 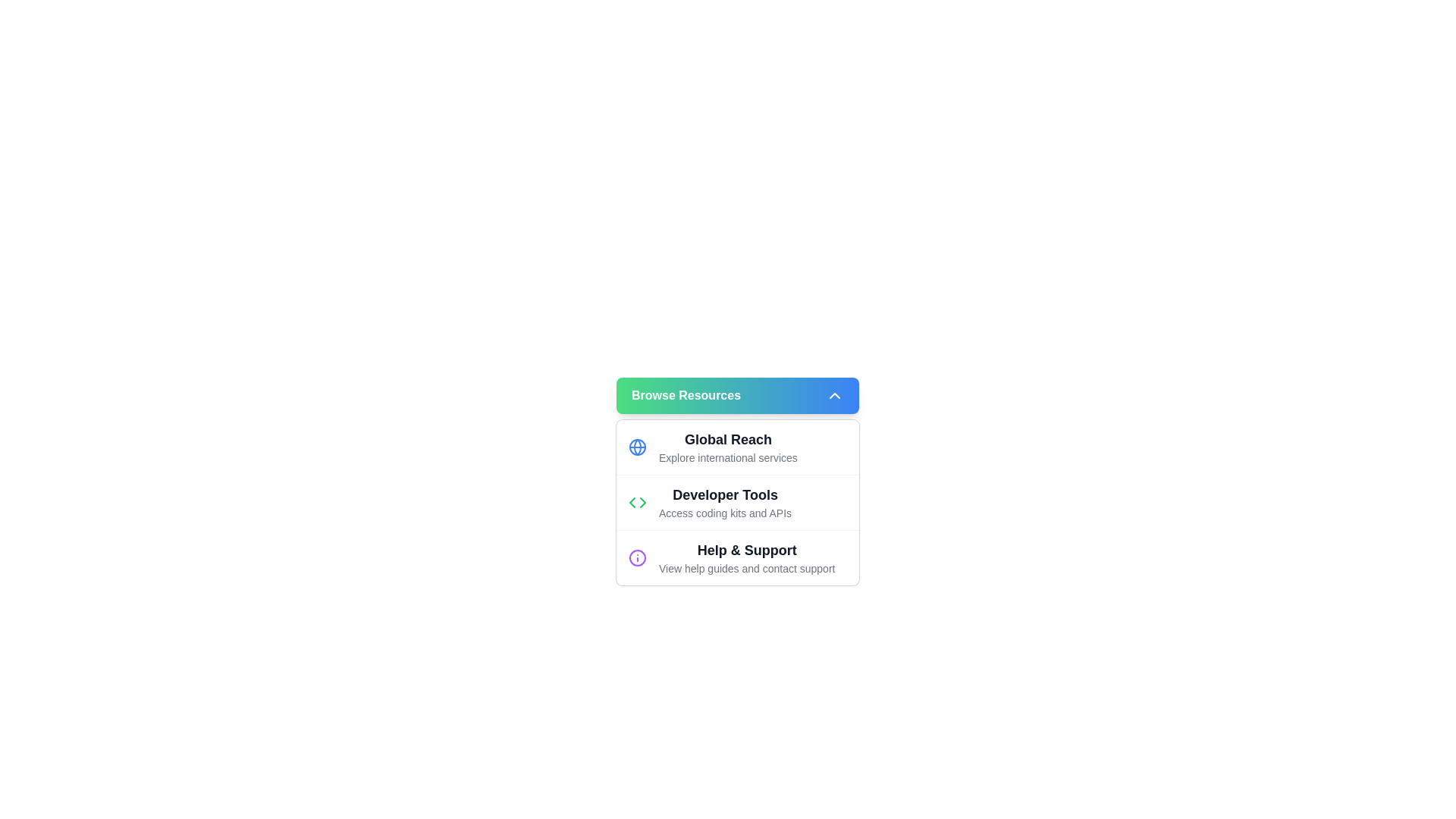 I want to click on the small green icon representing coding or development tools, which is located on the left side of the 'Developer Tools' section in the dropdown menu, so click(x=637, y=503).